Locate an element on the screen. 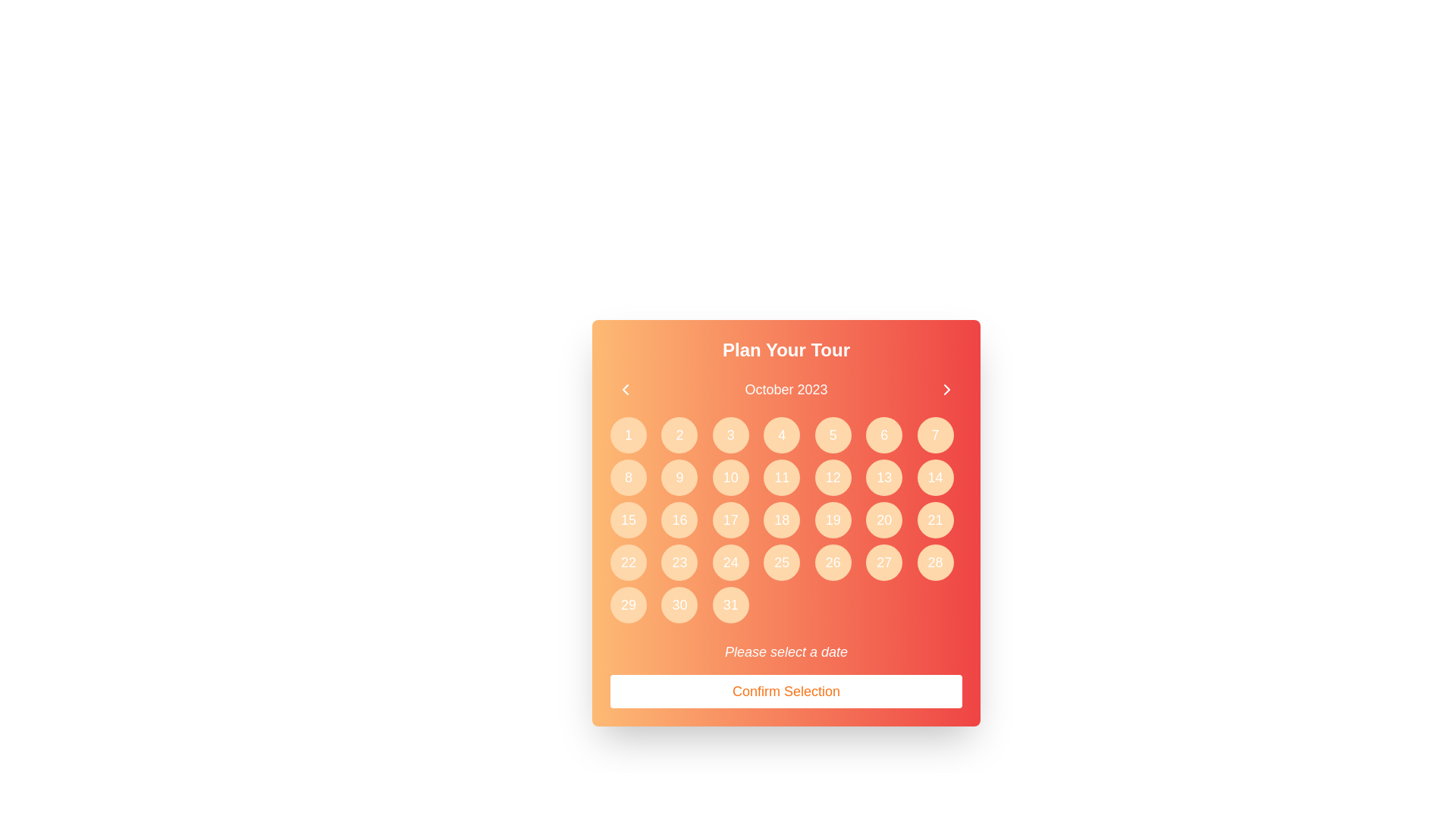 This screenshot has width=1456, height=819. the confirmation button for the selected tour date to observe the color change is located at coordinates (786, 691).